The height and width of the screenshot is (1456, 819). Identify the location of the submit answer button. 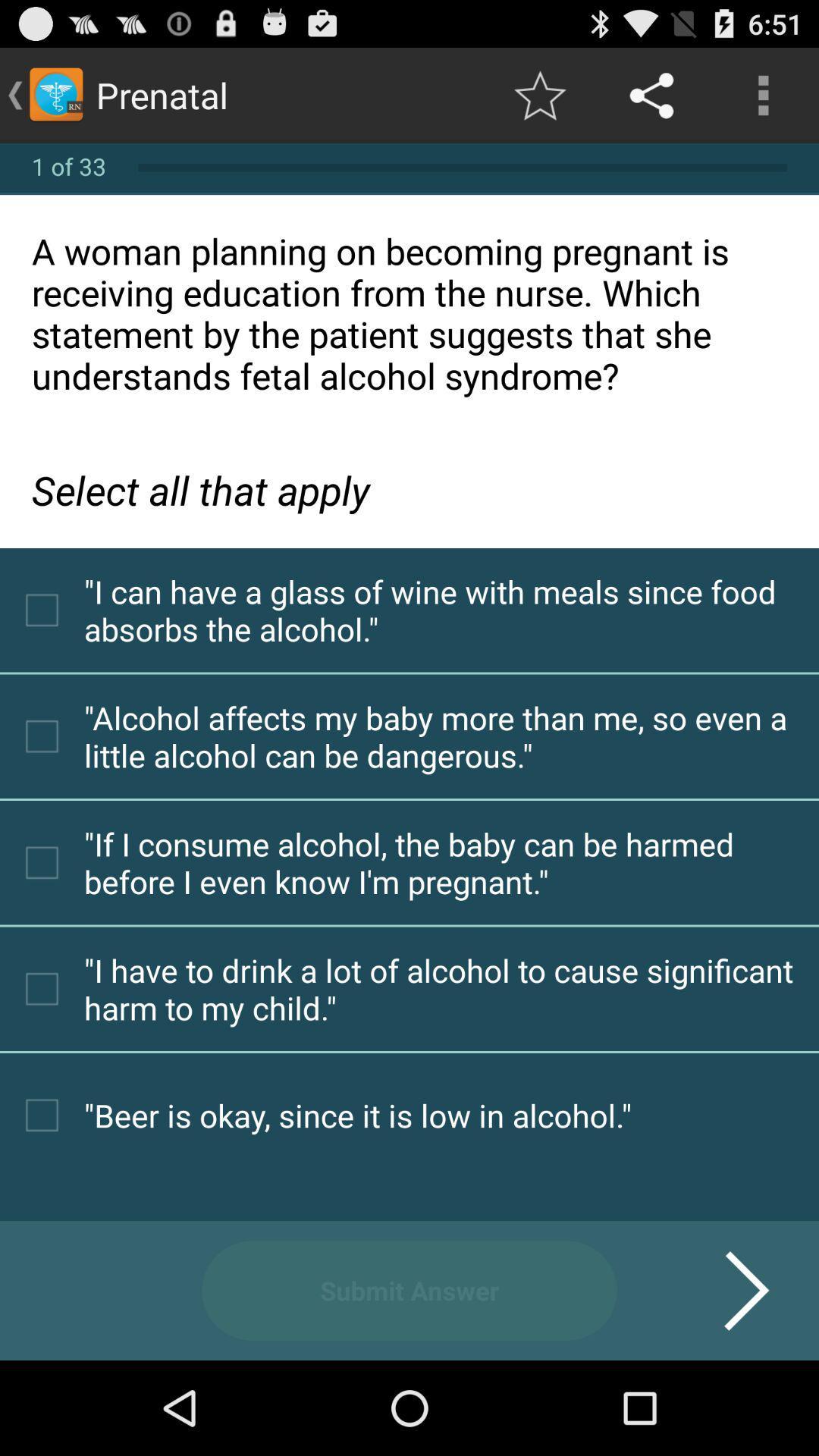
(409, 1290).